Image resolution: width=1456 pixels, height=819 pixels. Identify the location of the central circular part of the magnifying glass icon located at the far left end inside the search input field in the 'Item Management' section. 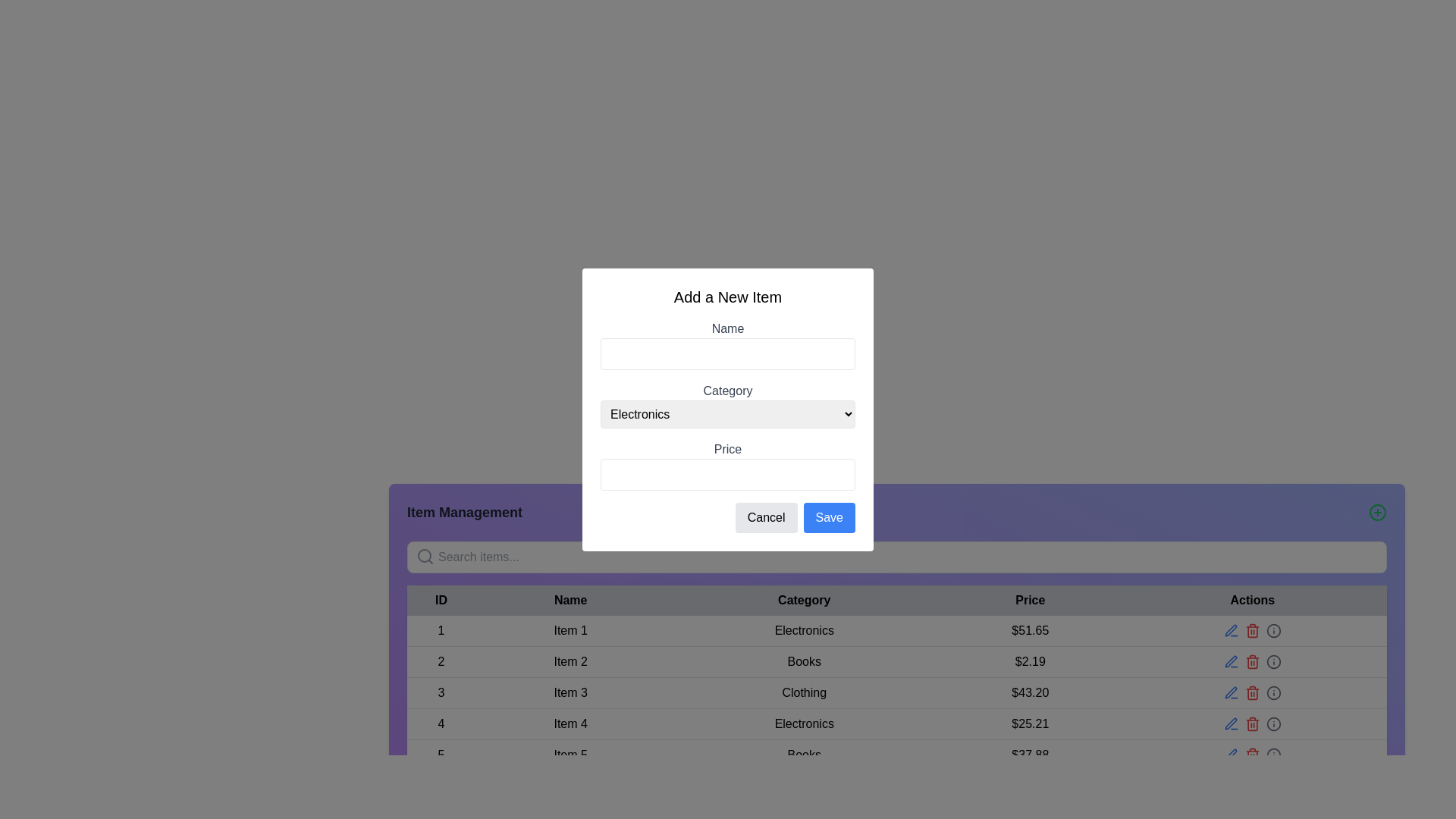
(425, 555).